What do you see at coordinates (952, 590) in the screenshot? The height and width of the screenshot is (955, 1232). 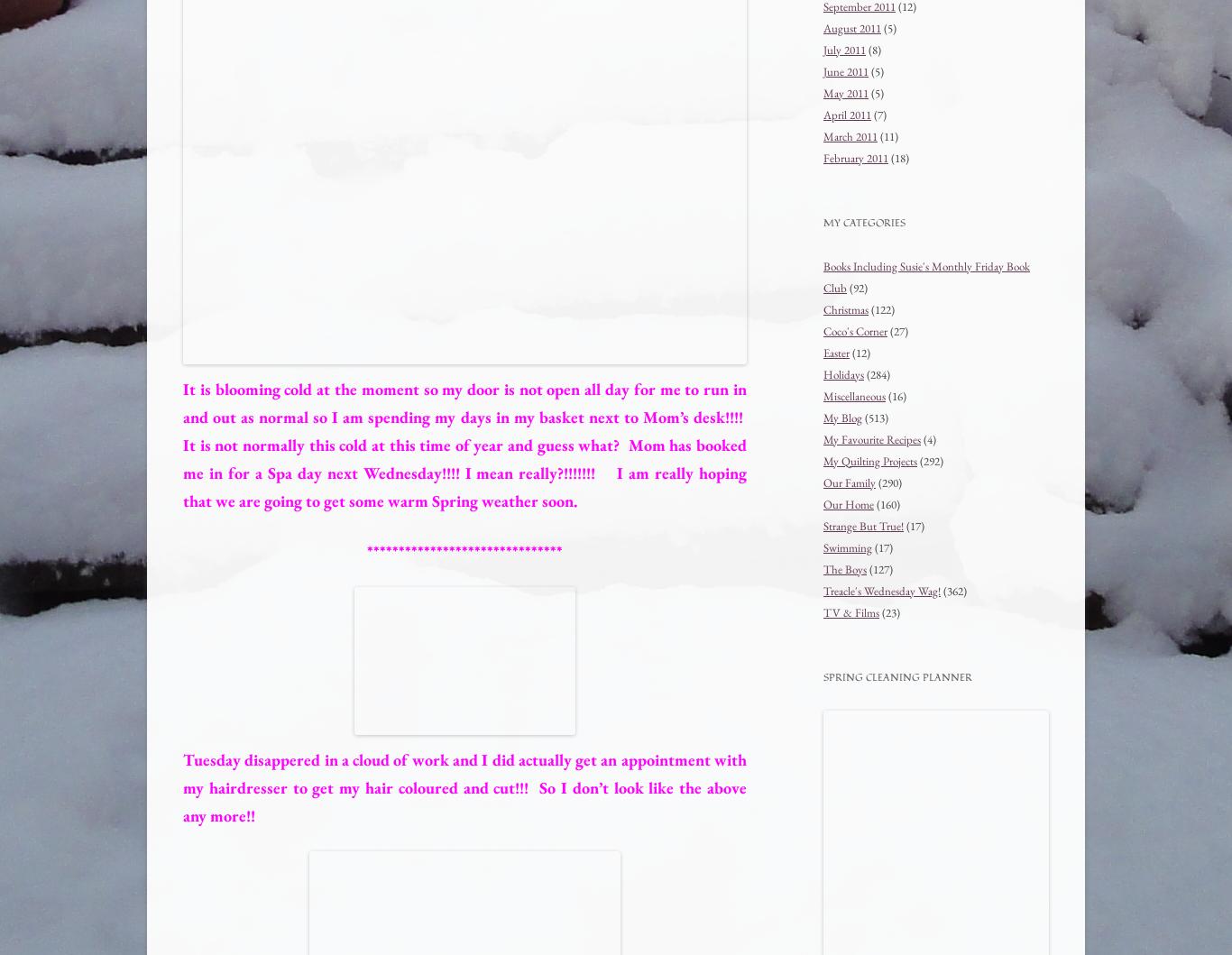 I see `'(362)'` at bounding box center [952, 590].